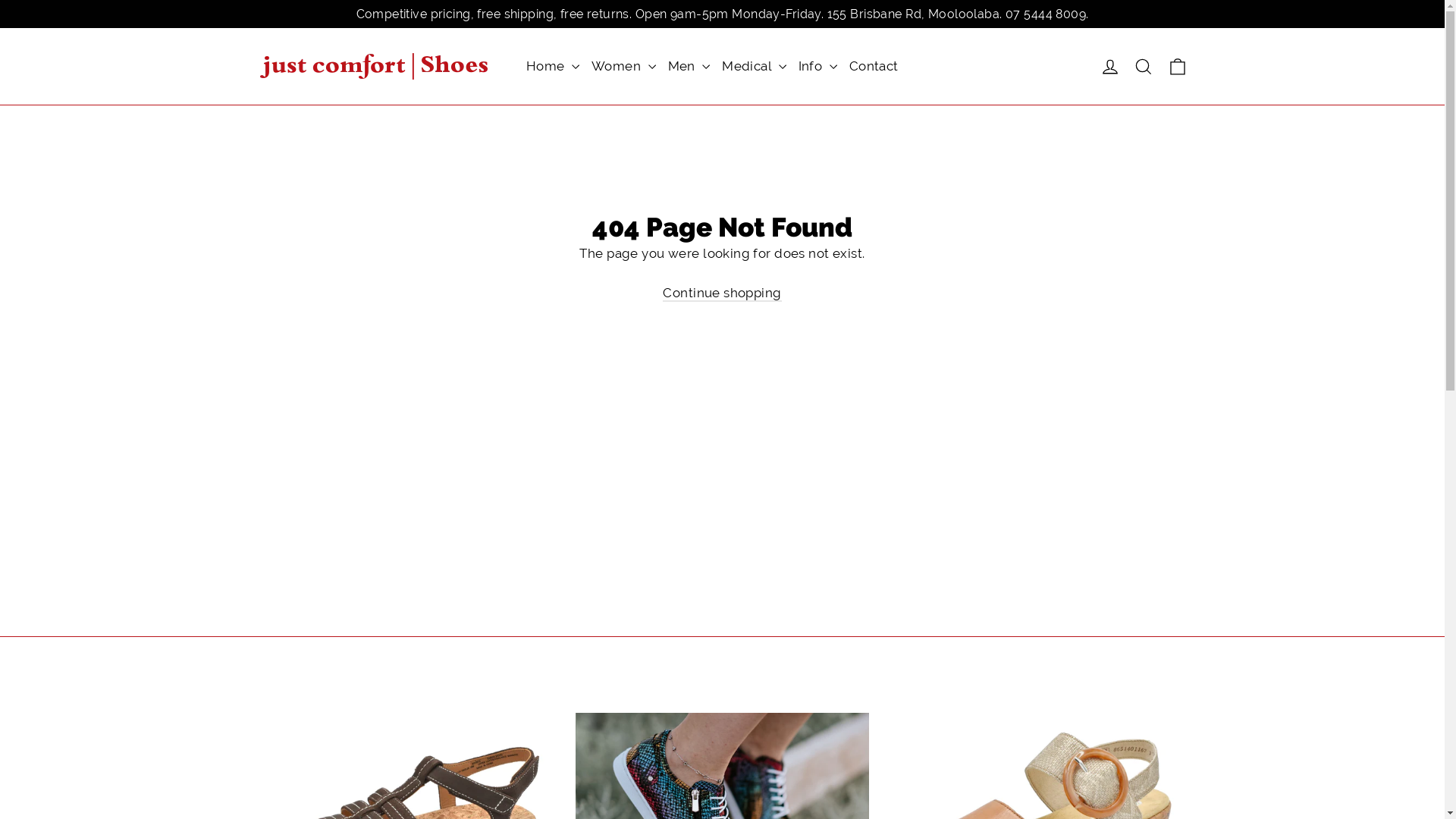 Image resolution: width=1456 pixels, height=819 pixels. What do you see at coordinates (874, 65) in the screenshot?
I see `'Contact'` at bounding box center [874, 65].